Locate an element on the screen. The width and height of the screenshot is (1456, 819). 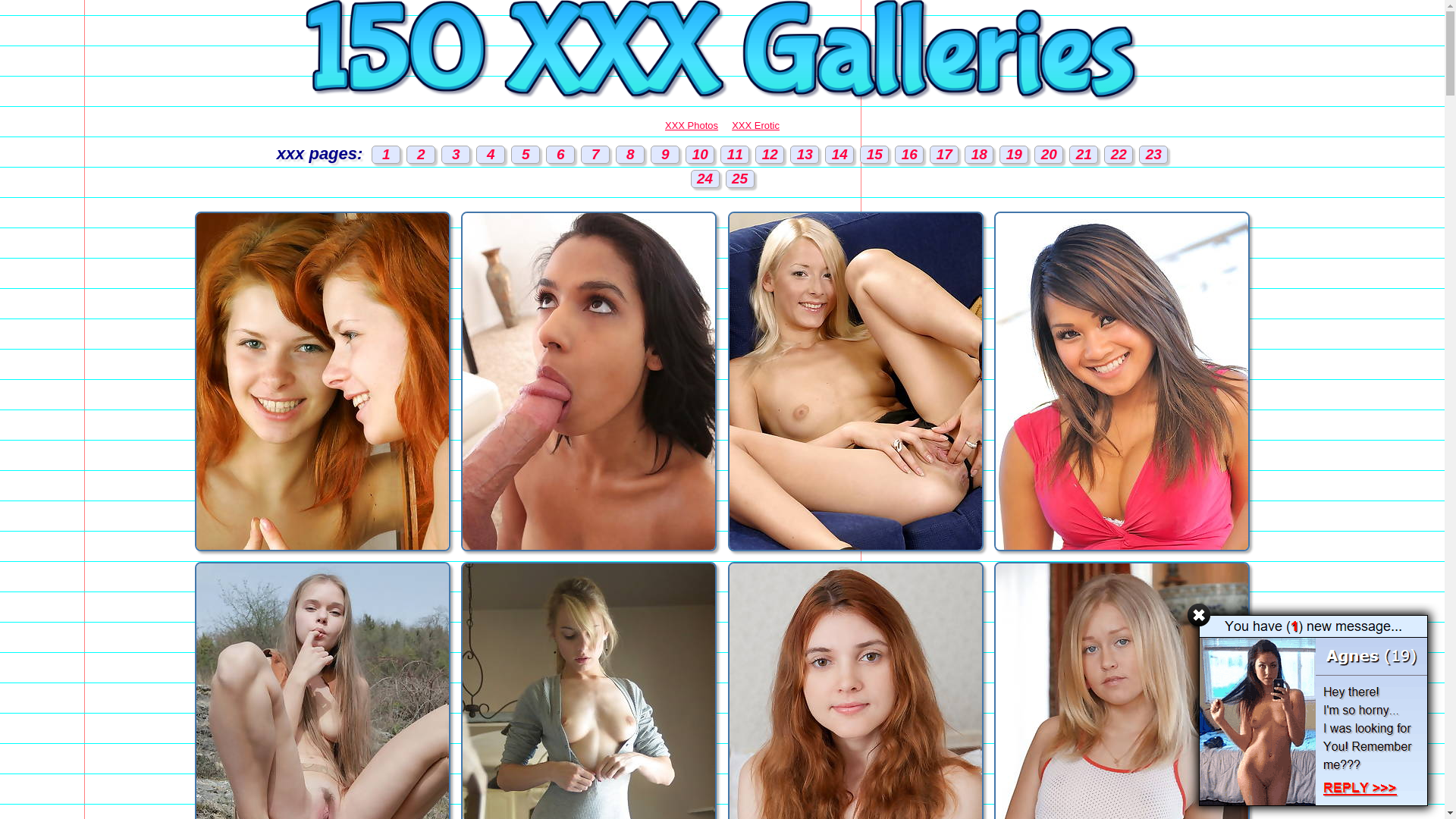
'#' is located at coordinates (1197, 614).